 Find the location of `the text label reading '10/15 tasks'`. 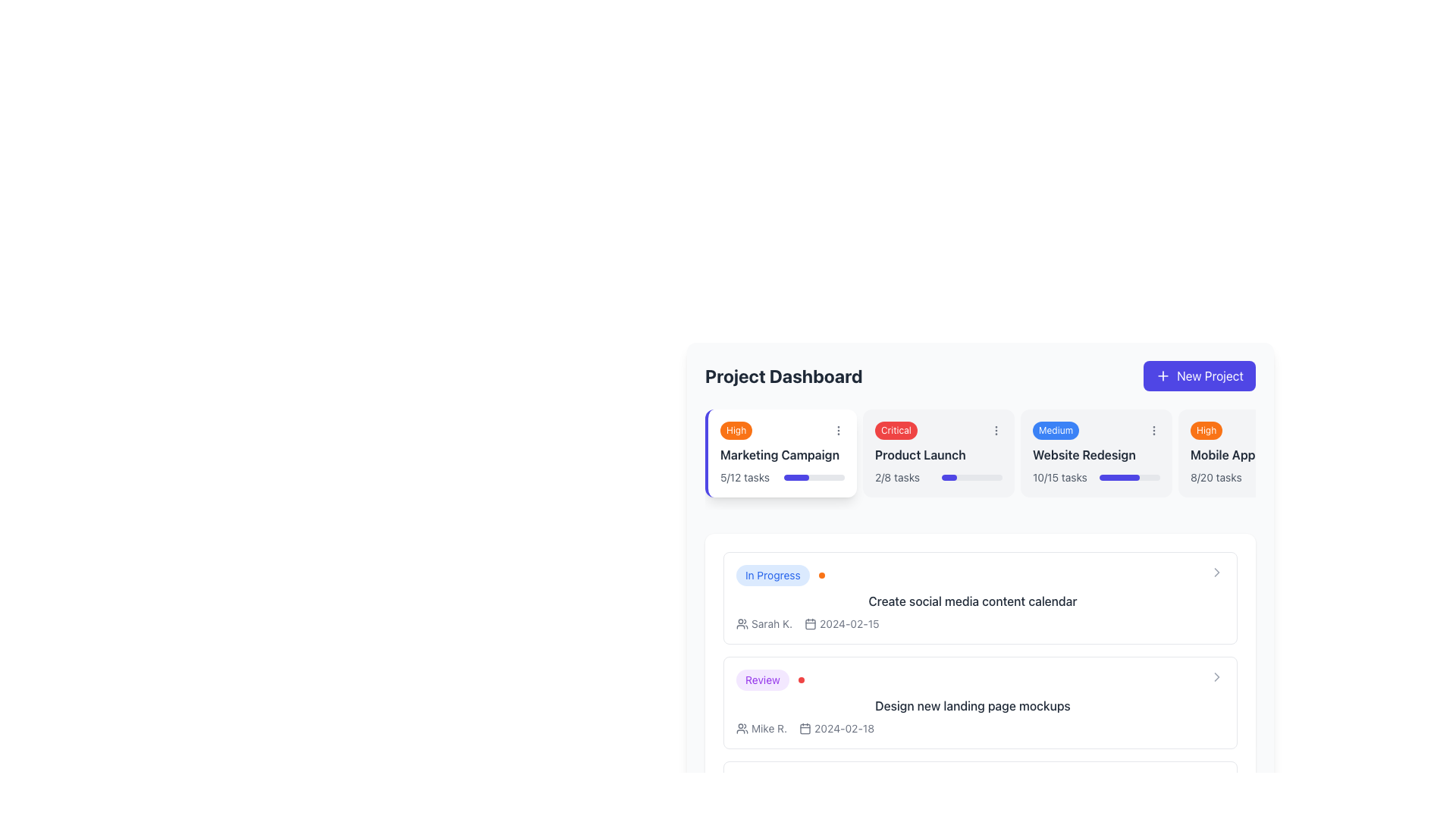

the text label reading '10/15 tasks' is located at coordinates (1059, 476).